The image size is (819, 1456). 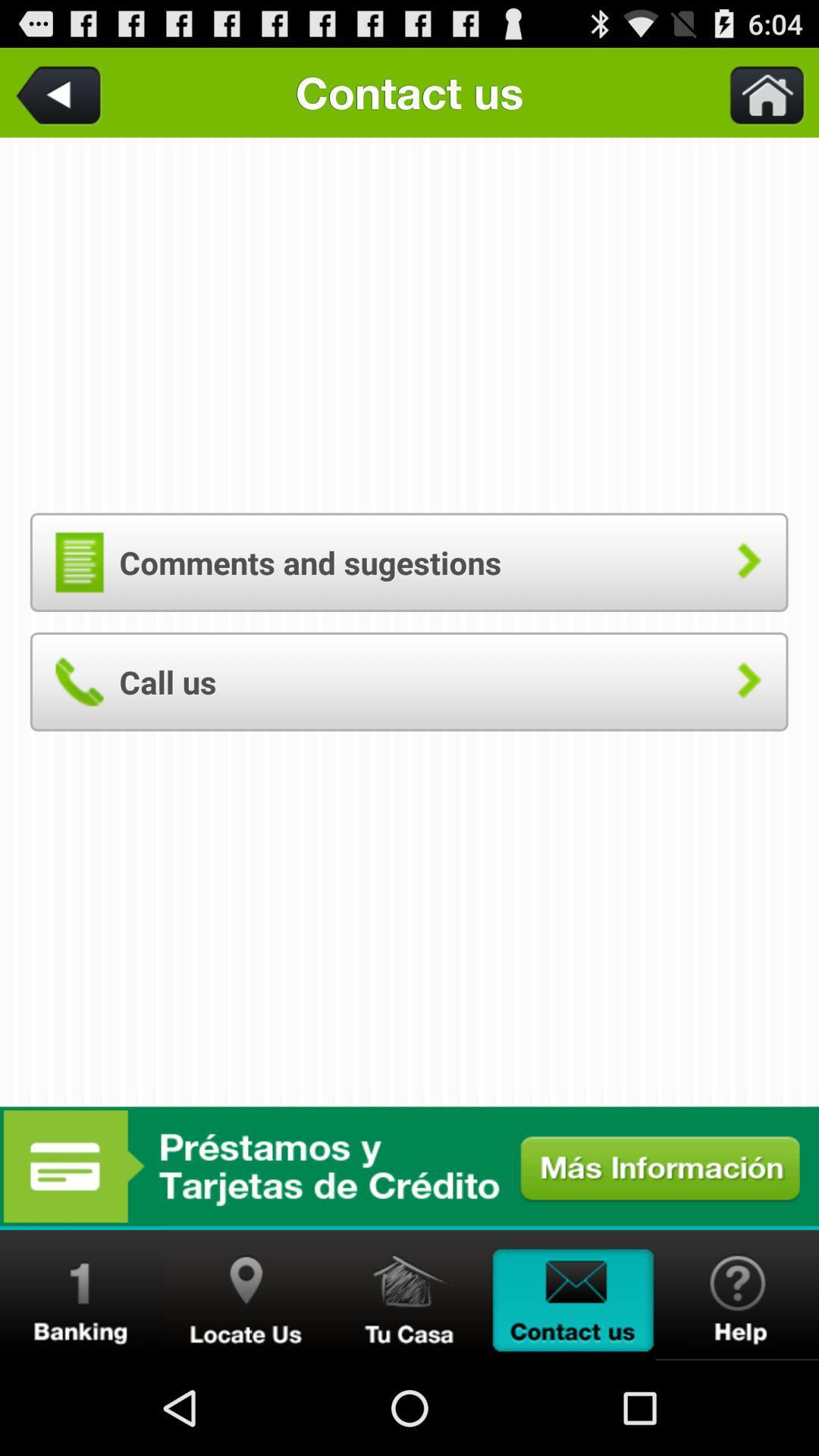 What do you see at coordinates (758, 98) in the screenshot?
I see `the home icon` at bounding box center [758, 98].